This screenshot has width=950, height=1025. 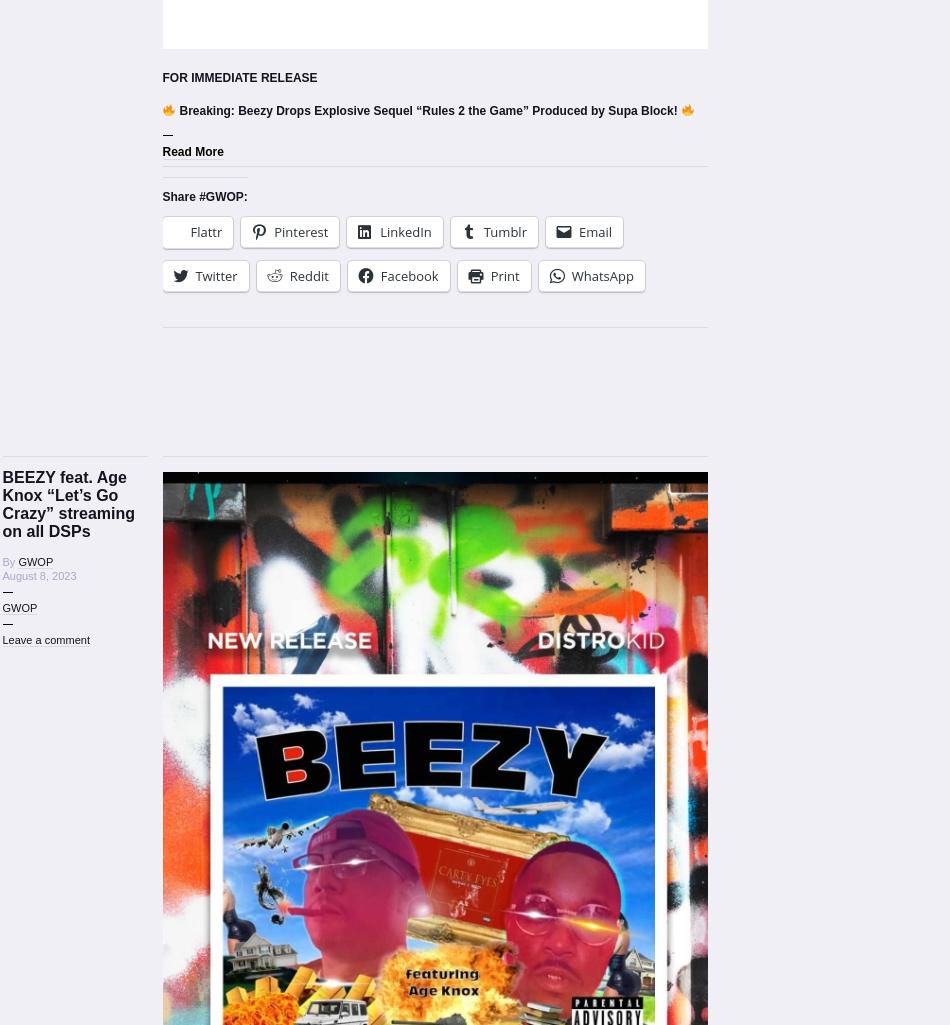 I want to click on 'Flattr', so click(x=190, y=231).